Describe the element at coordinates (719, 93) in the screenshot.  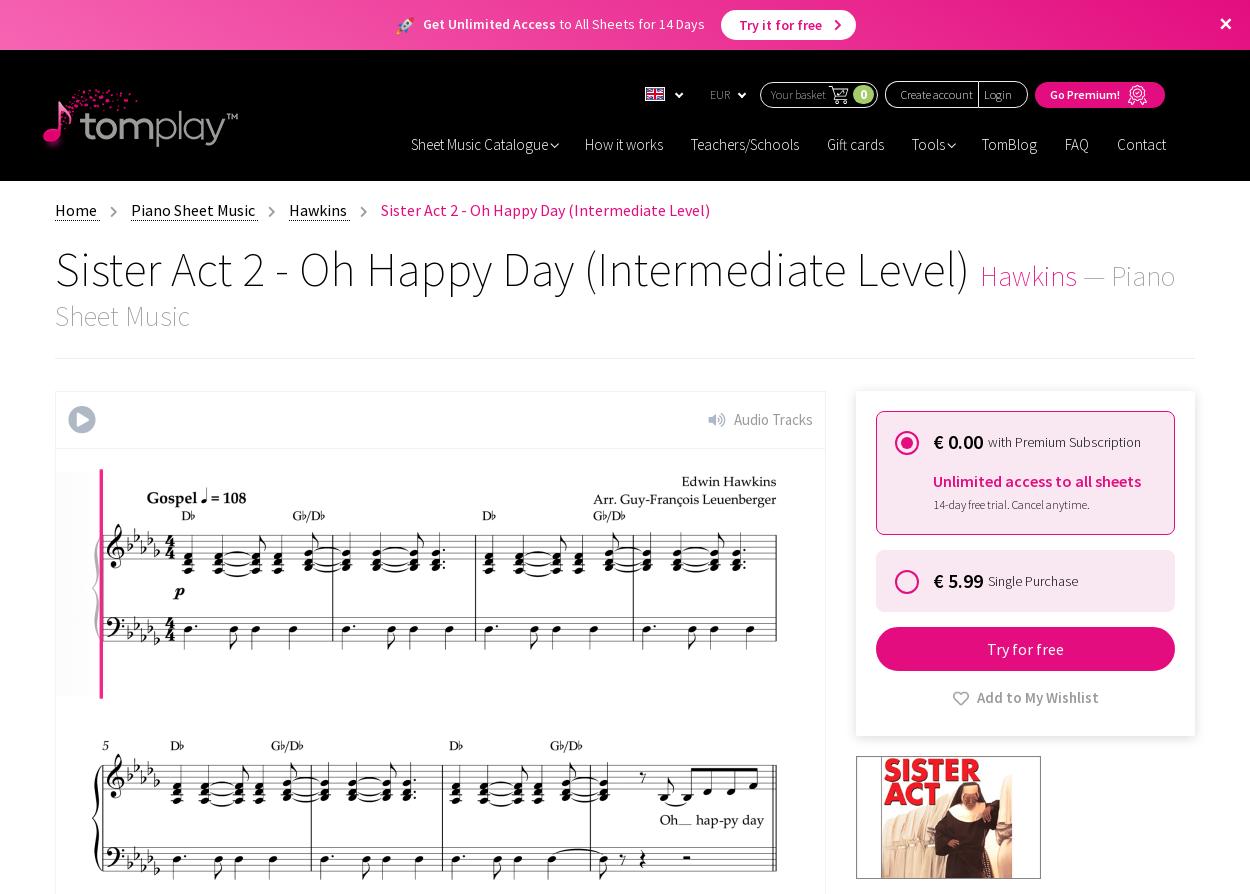
I see `'EUR'` at that location.